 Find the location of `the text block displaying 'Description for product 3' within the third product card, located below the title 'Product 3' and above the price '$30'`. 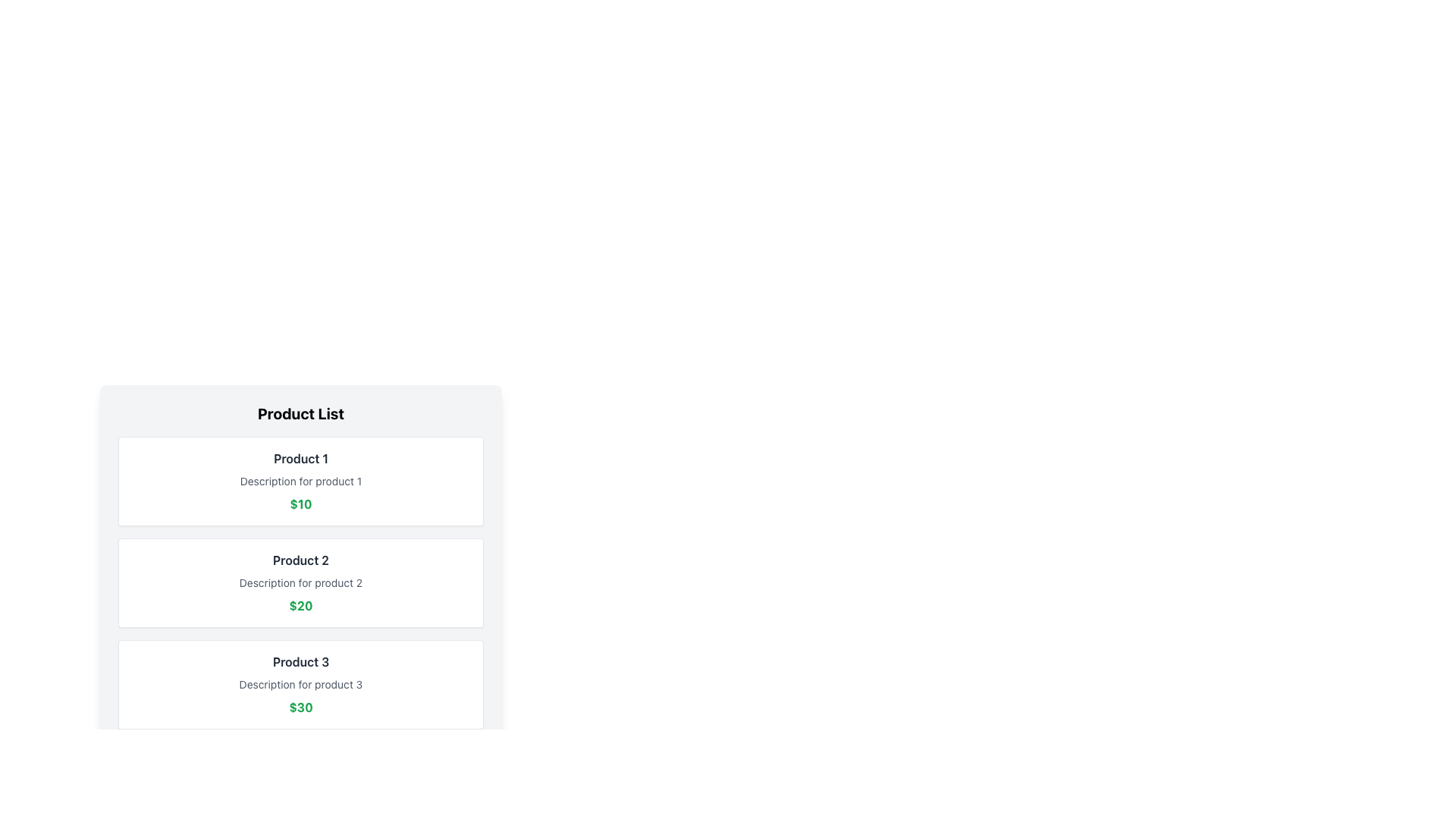

the text block displaying 'Description for product 3' within the third product card, located below the title 'Product 3' and above the price '$30' is located at coordinates (301, 684).